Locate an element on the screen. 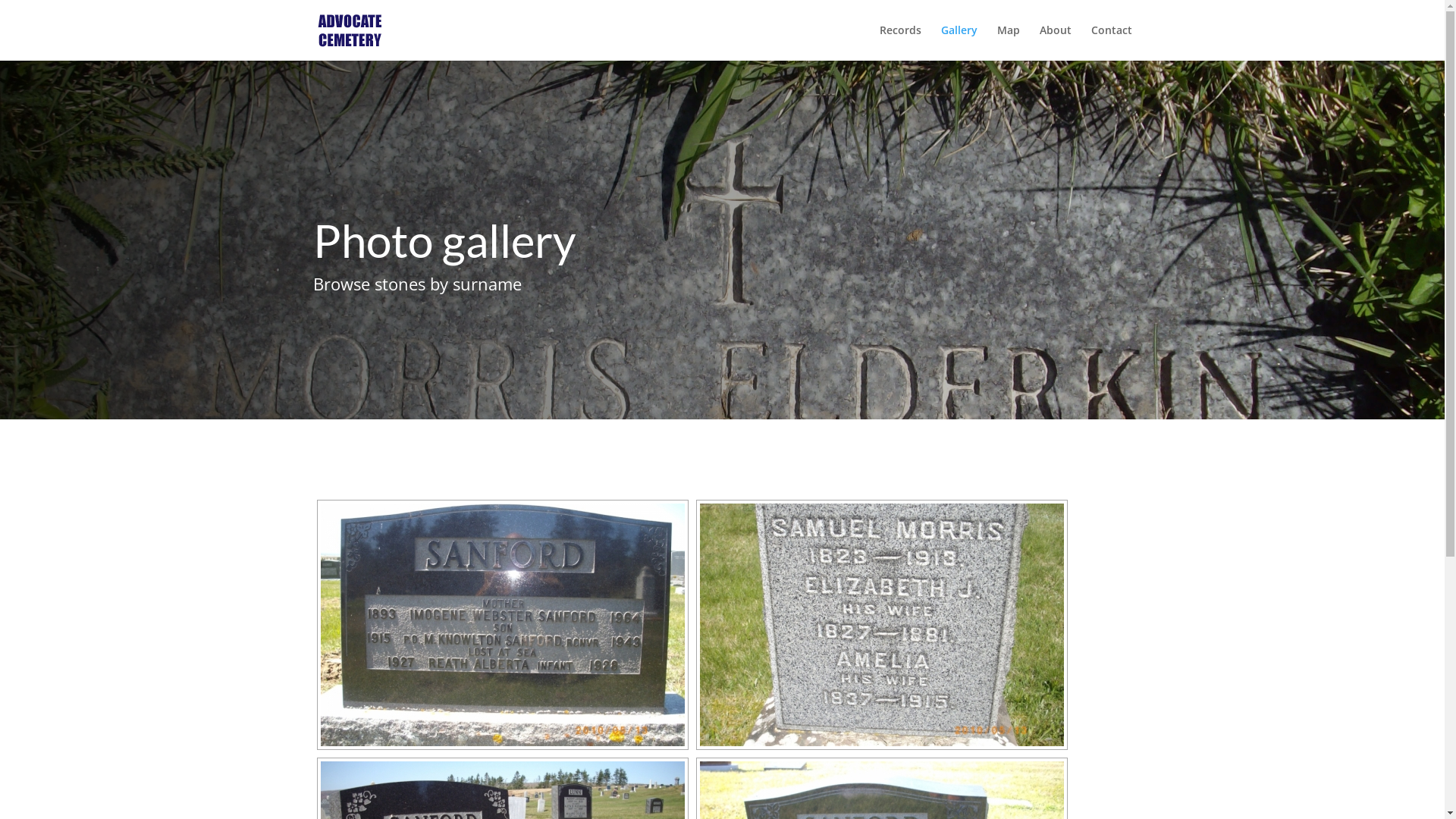 The height and width of the screenshot is (819, 1456). 'About' is located at coordinates (1054, 42).